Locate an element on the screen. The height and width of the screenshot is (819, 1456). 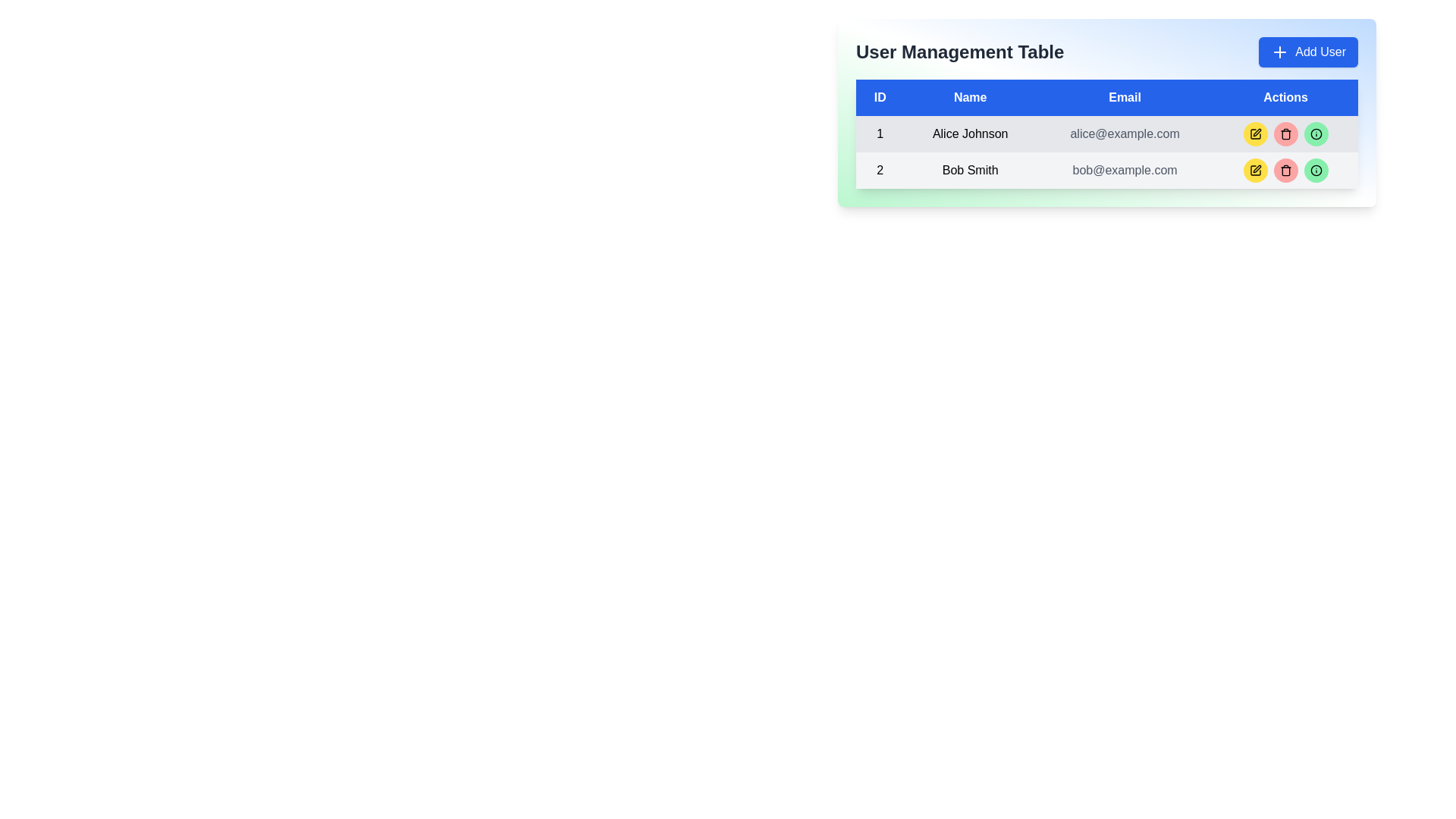
the small, circular yellow button with a pencil icon in the 'Actions' column of the first row of the user management table is located at coordinates (1255, 133).